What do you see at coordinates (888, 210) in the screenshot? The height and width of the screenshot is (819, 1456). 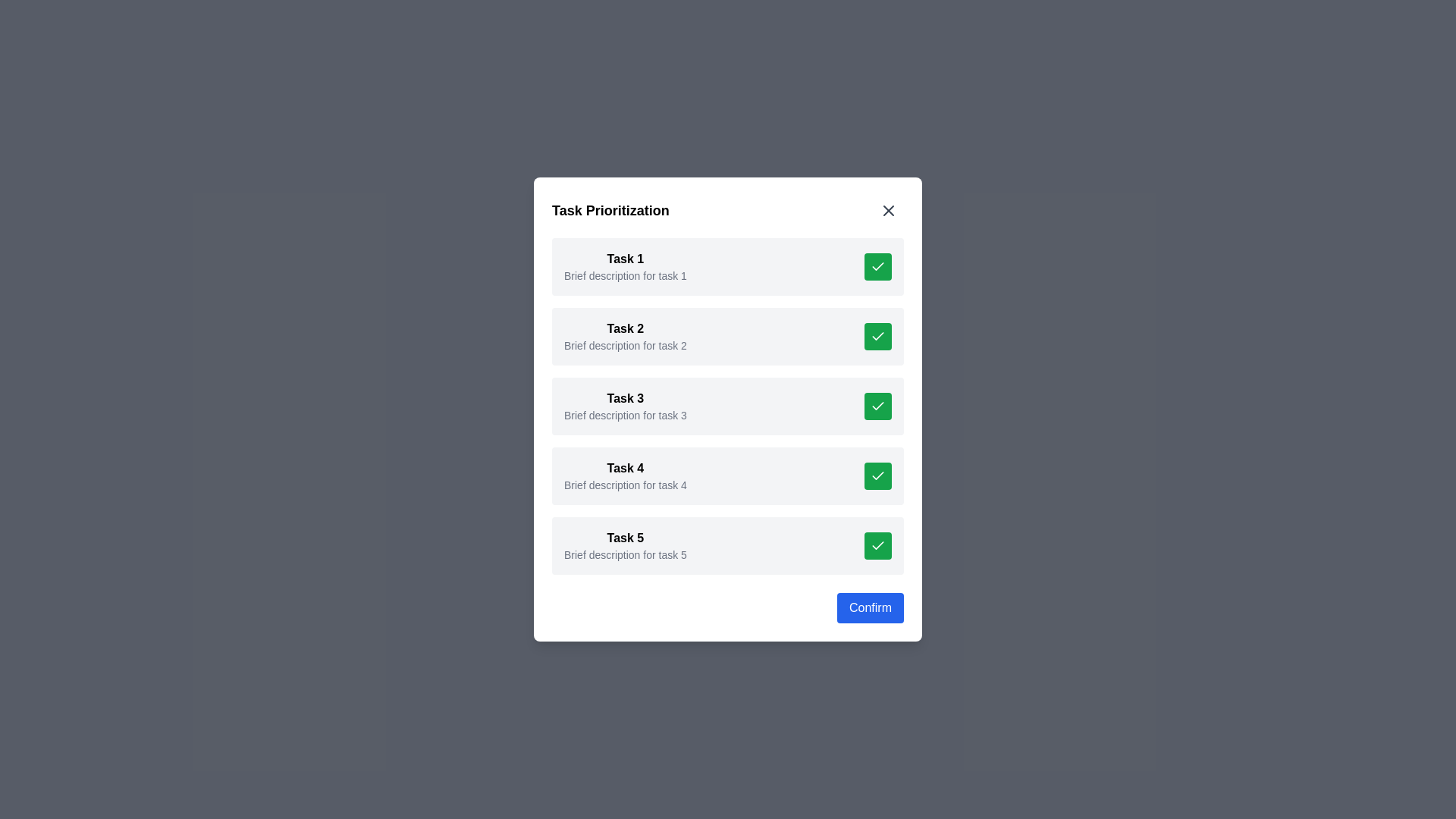 I see `the close button represented by the SVG icon in the top-right corner of the modal` at bounding box center [888, 210].